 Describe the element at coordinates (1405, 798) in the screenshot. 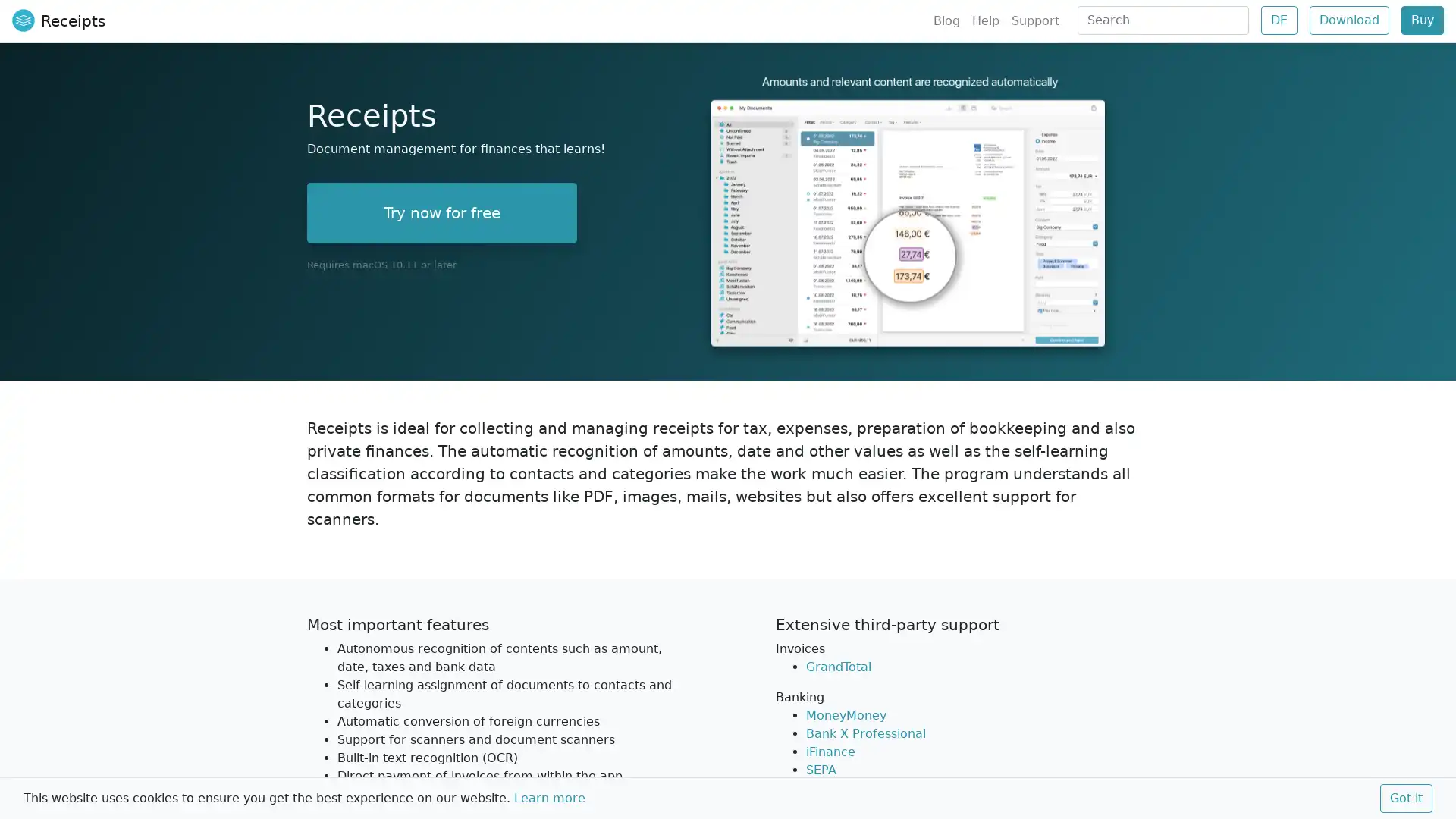

I see `Got it` at that location.